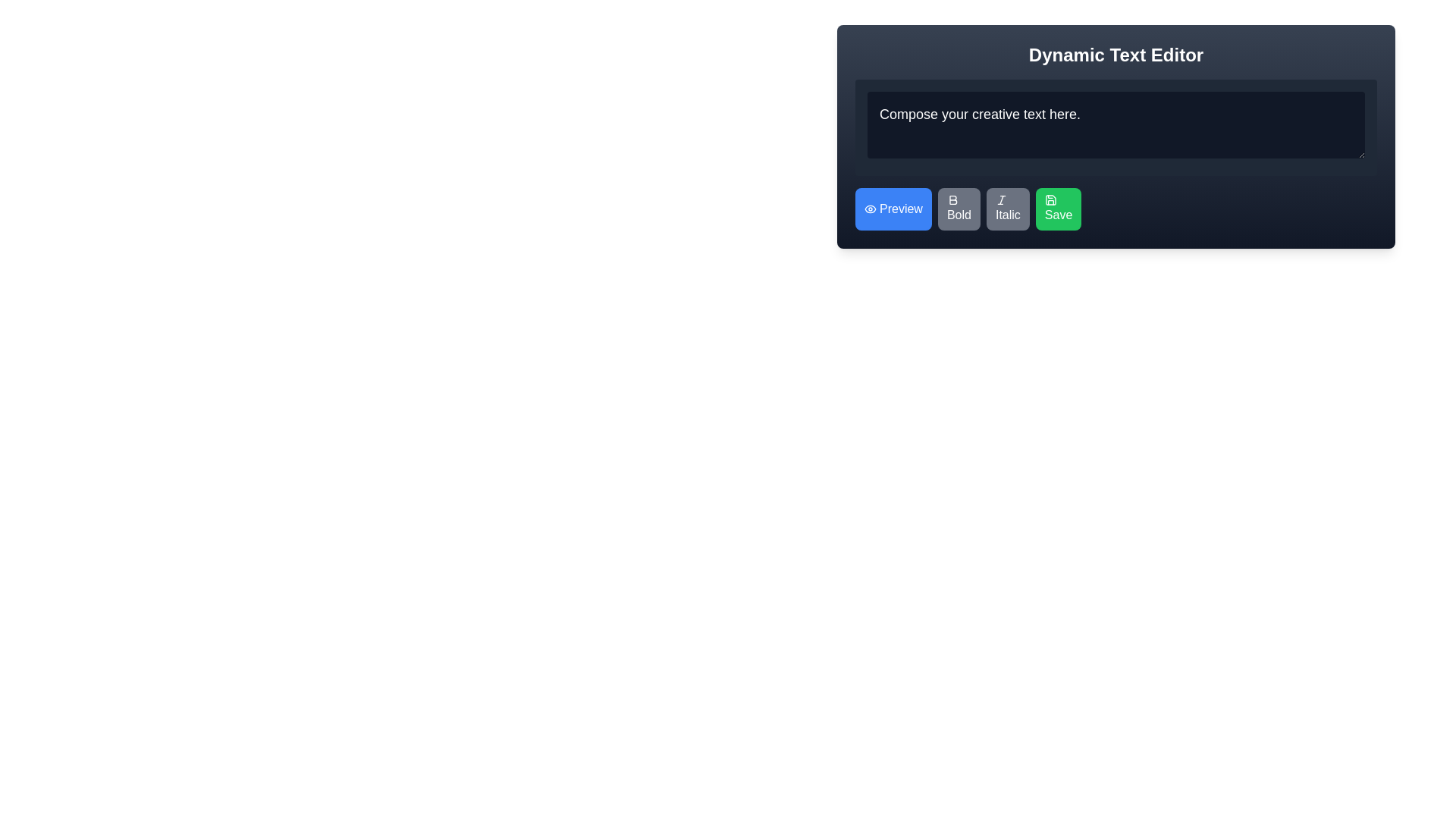 This screenshot has width=1456, height=819. Describe the element at coordinates (958, 209) in the screenshot. I see `the button with a solid gray background that changes to yellow upon hovering, which contains the bold 'B' character above the word 'Bold'. This button is the second in a horizontal row of four buttons, positioned between 'Preview' and 'Italic'` at that location.